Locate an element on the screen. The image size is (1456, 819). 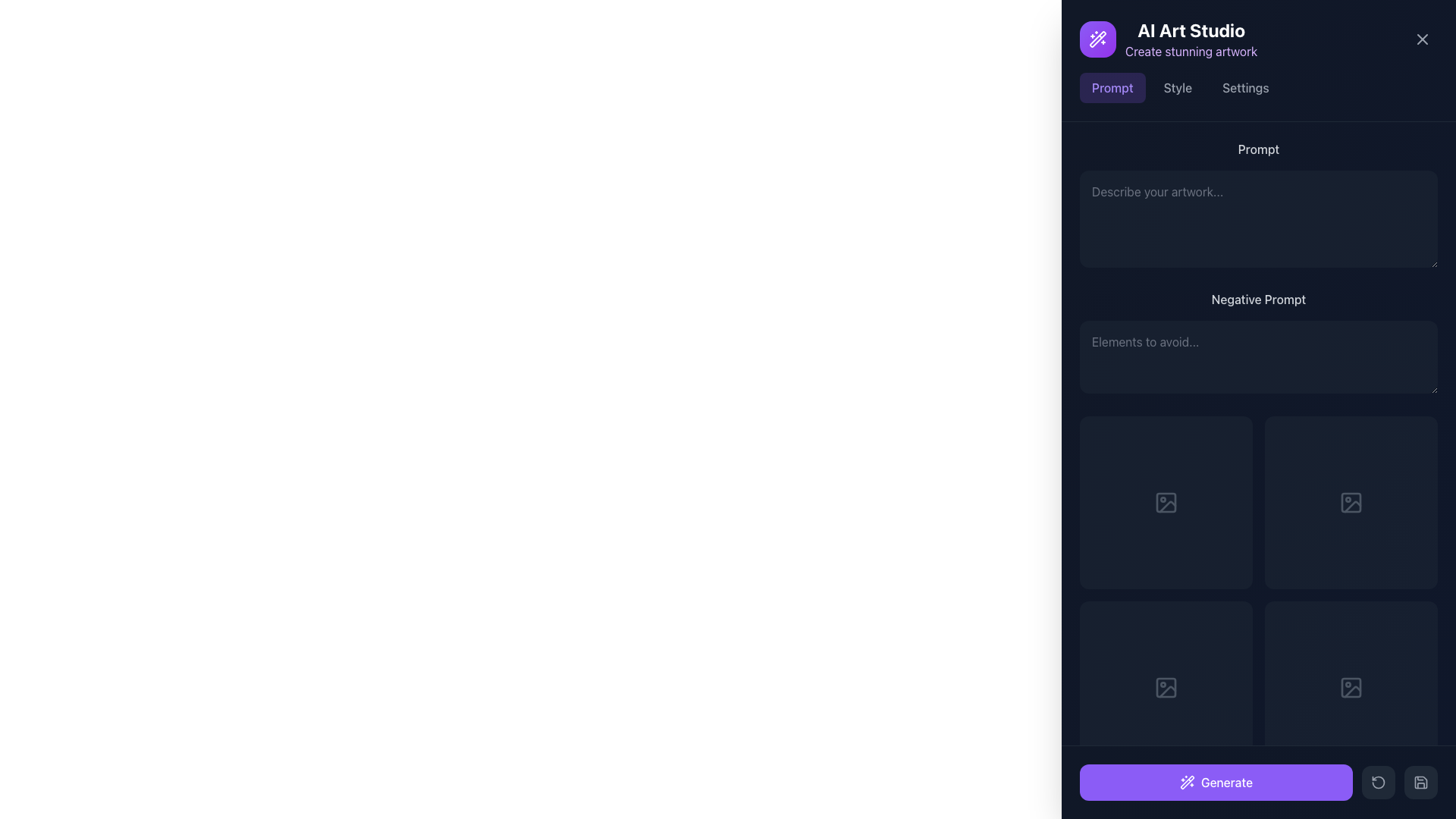
the left-curving arrow icon embedded in a rounded rectangular button at the bottom-right of the interface is located at coordinates (1379, 783).